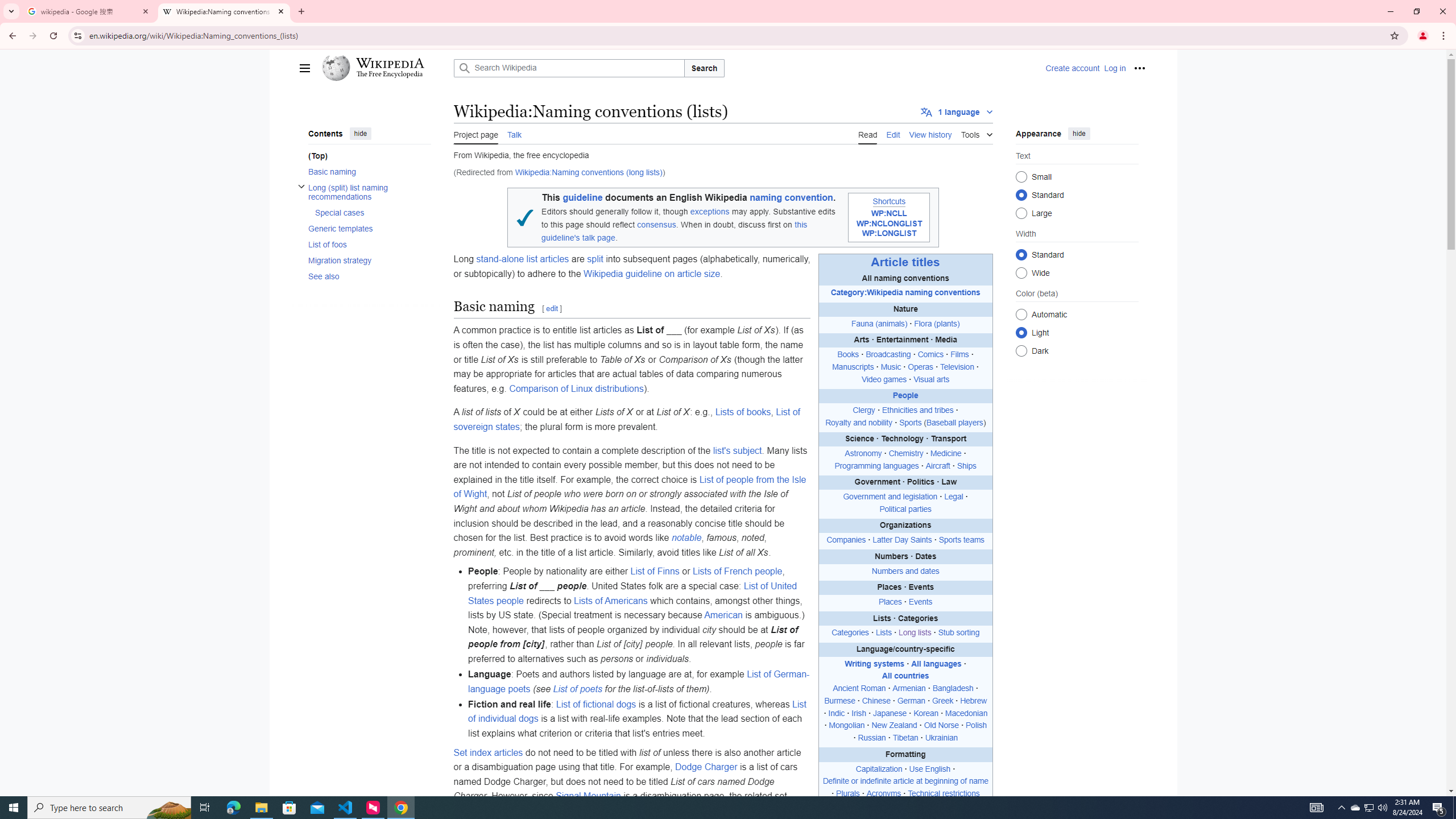  Describe the element at coordinates (936, 664) in the screenshot. I see `'All languages'` at that location.